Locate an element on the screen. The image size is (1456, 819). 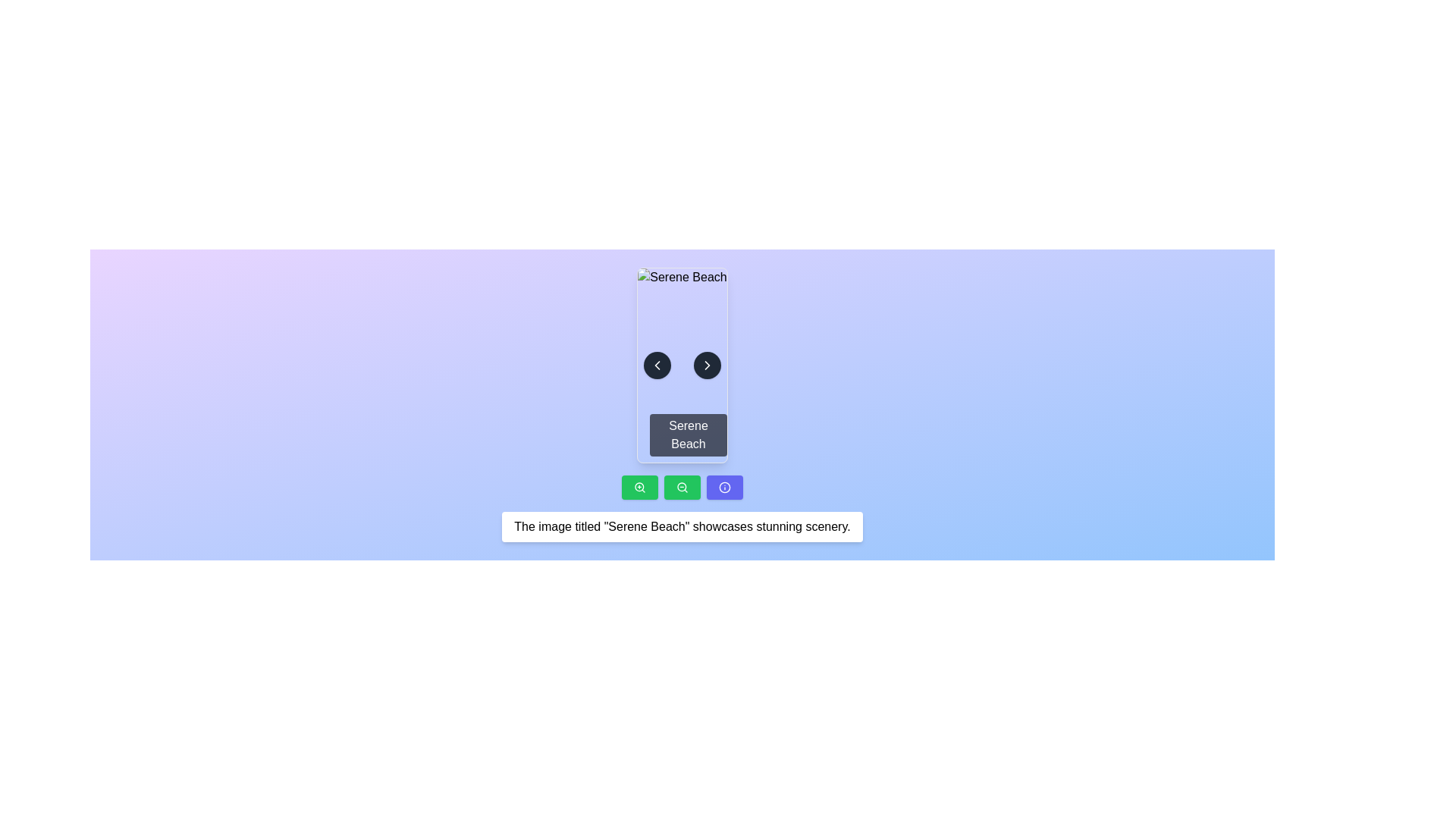
the green zoom-in button with a white magnifying glass icon featuring a plus sign, located at the bottom center of the interface is located at coordinates (682, 488).